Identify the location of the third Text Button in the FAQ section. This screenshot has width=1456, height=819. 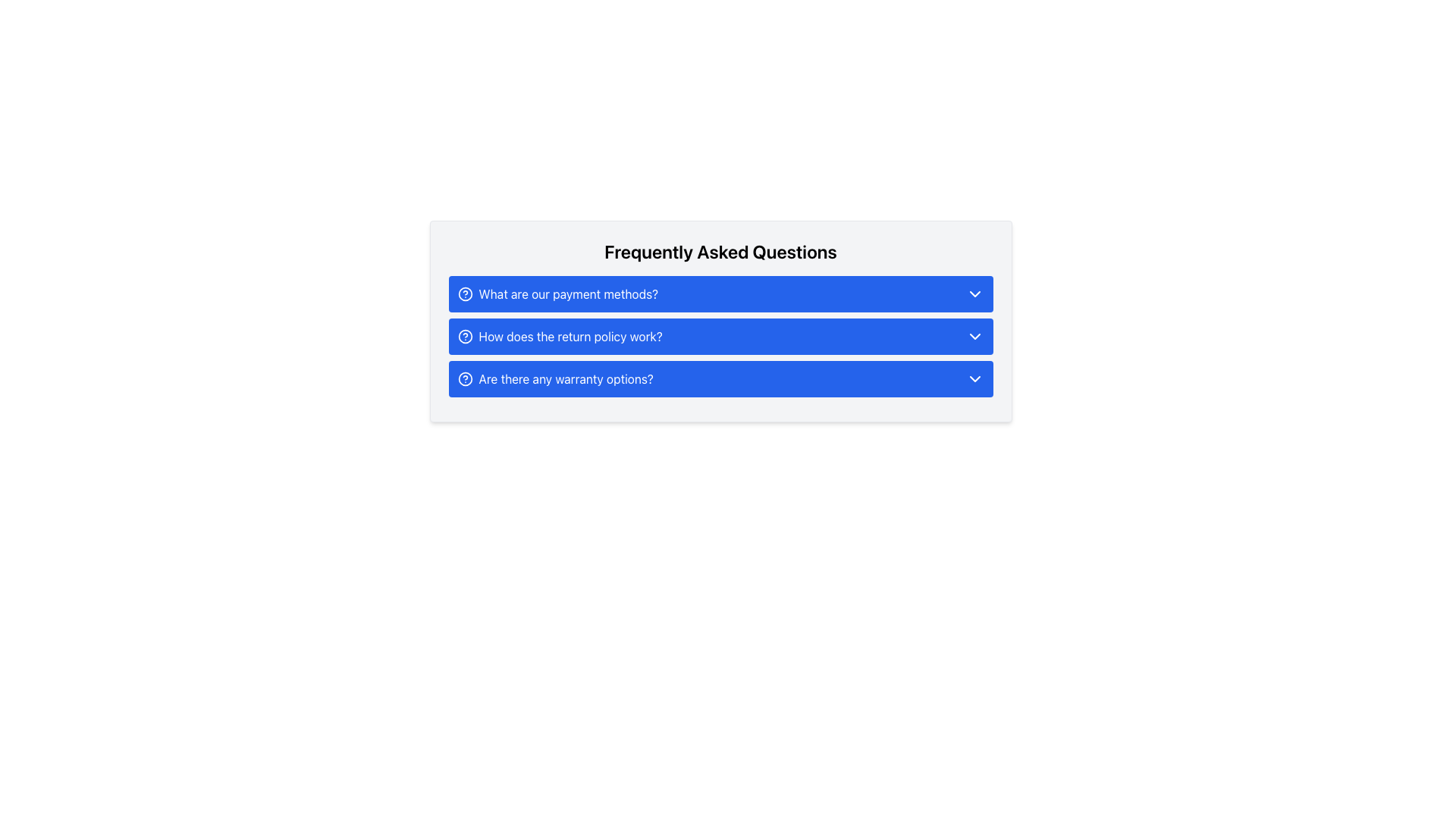
(565, 378).